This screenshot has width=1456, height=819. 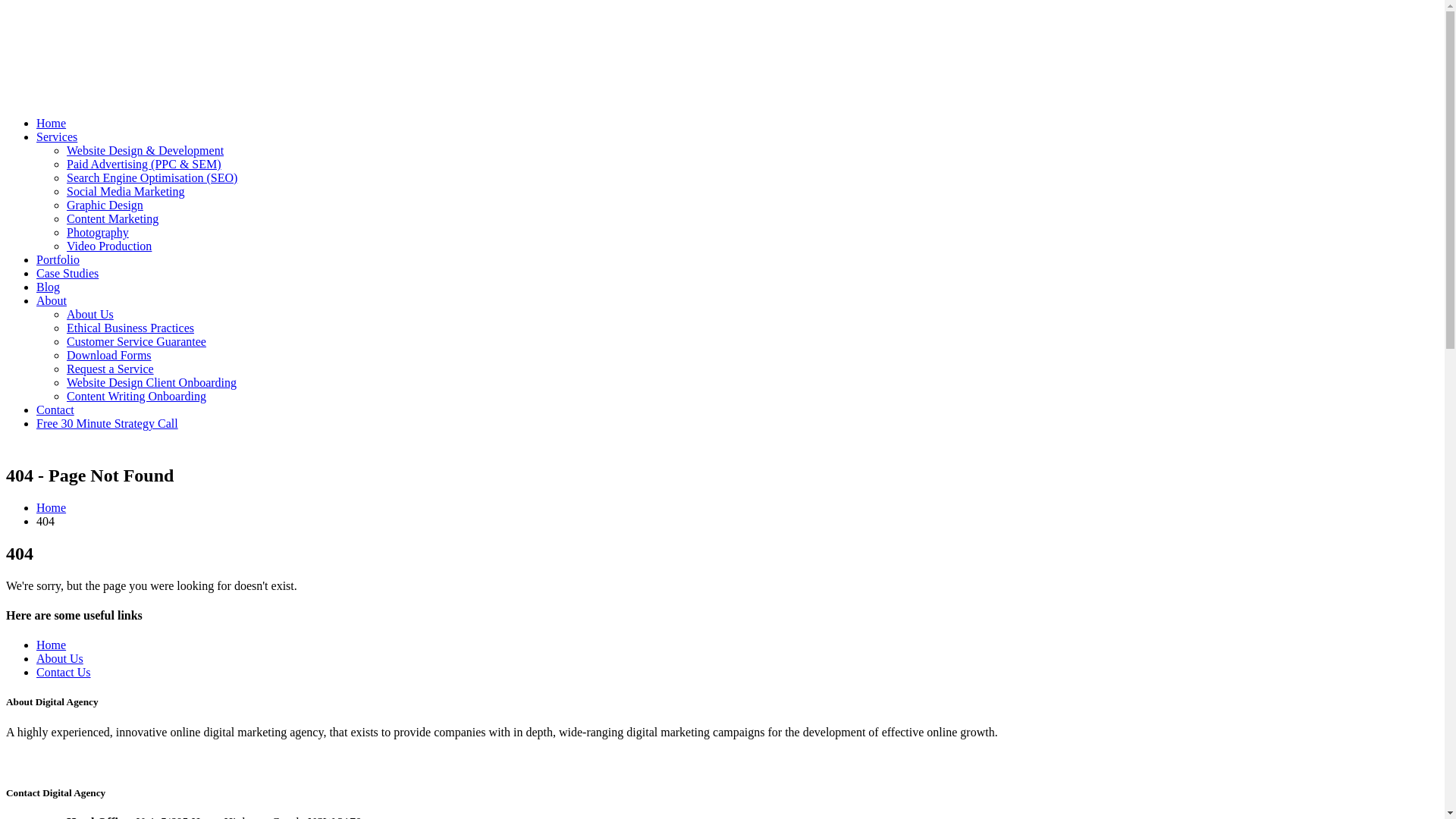 I want to click on 'Social Media Marketing', so click(x=126, y=190).